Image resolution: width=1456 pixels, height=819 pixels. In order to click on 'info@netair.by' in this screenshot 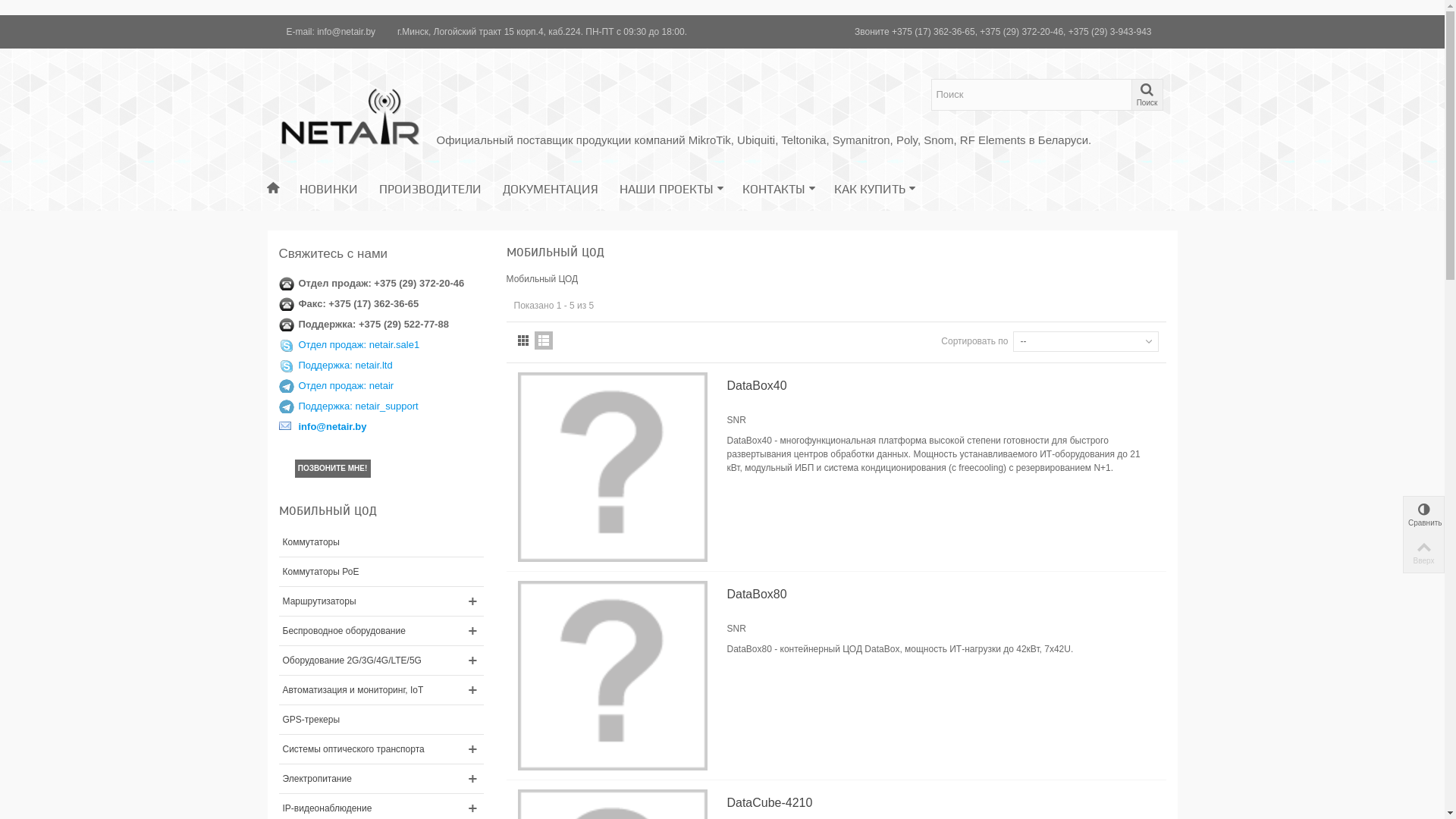, I will do `click(298, 426)`.